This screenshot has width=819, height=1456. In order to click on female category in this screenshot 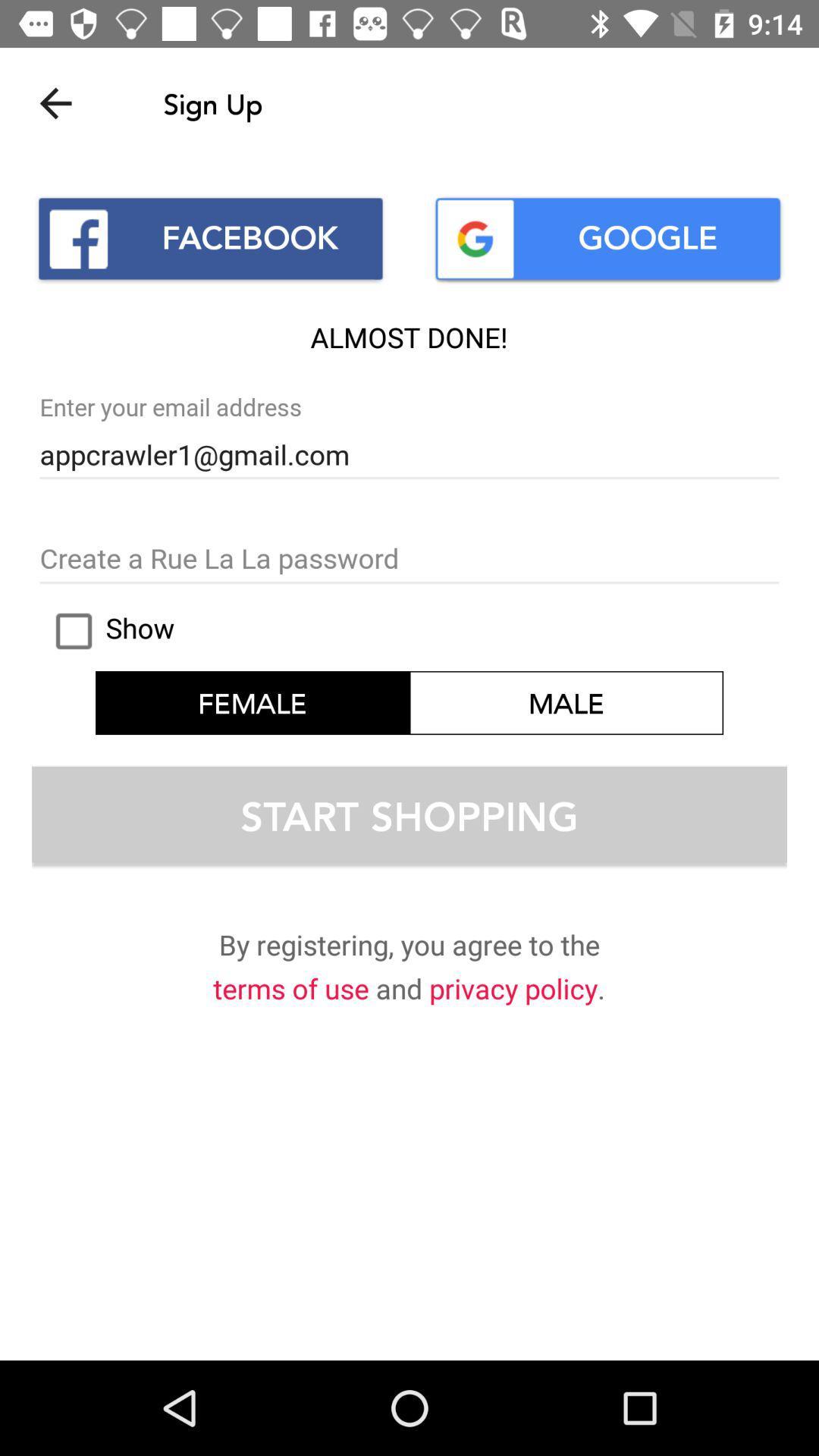, I will do `click(251, 701)`.